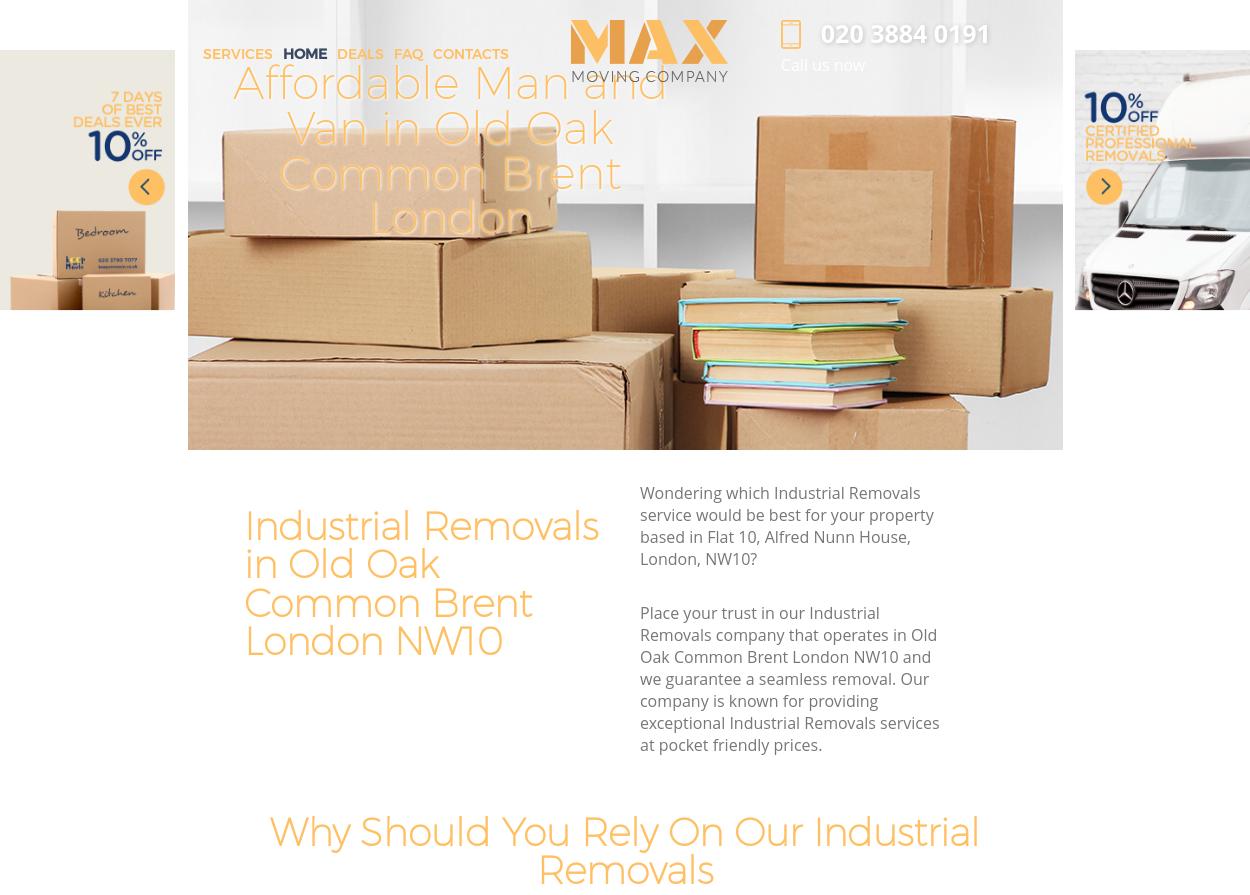 This screenshot has width=1250, height=895. Describe the element at coordinates (745, 150) in the screenshot. I see `'Premier House Removals in Old Oak Common Brent London'` at that location.